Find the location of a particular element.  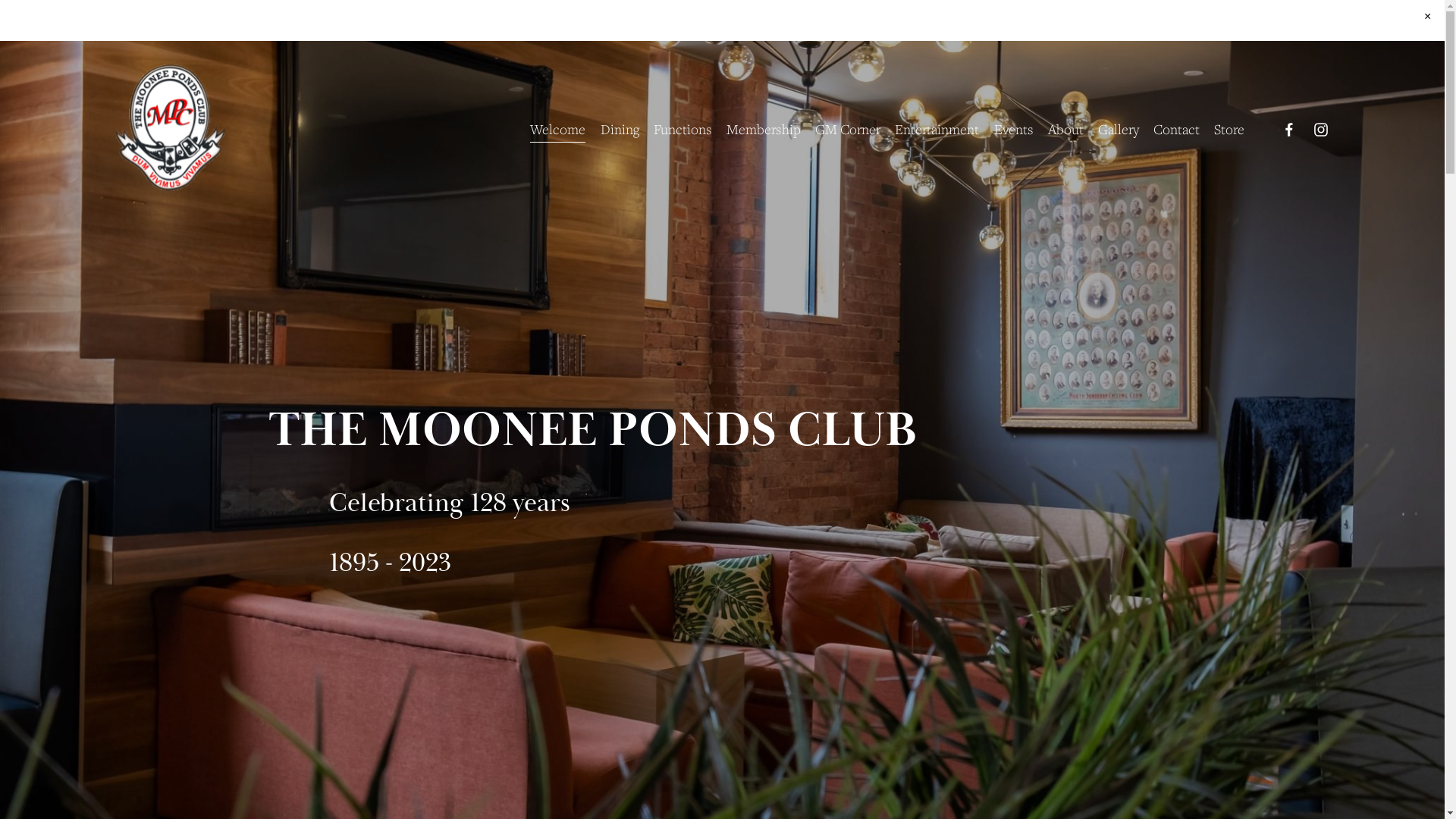

'Store' is located at coordinates (1229, 128).